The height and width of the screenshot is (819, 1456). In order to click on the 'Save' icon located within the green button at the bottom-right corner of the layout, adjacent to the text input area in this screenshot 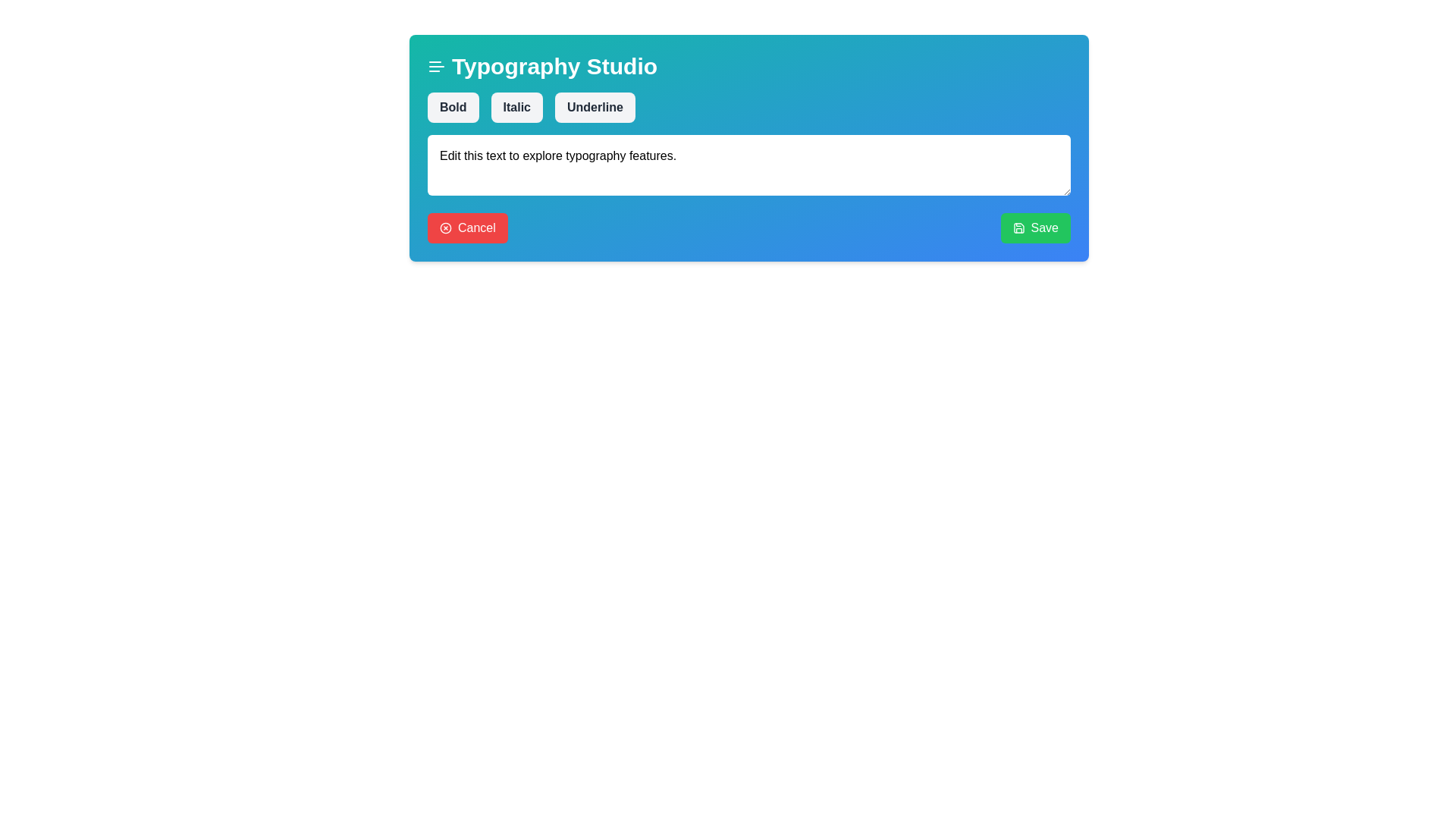, I will do `click(1018, 227)`.